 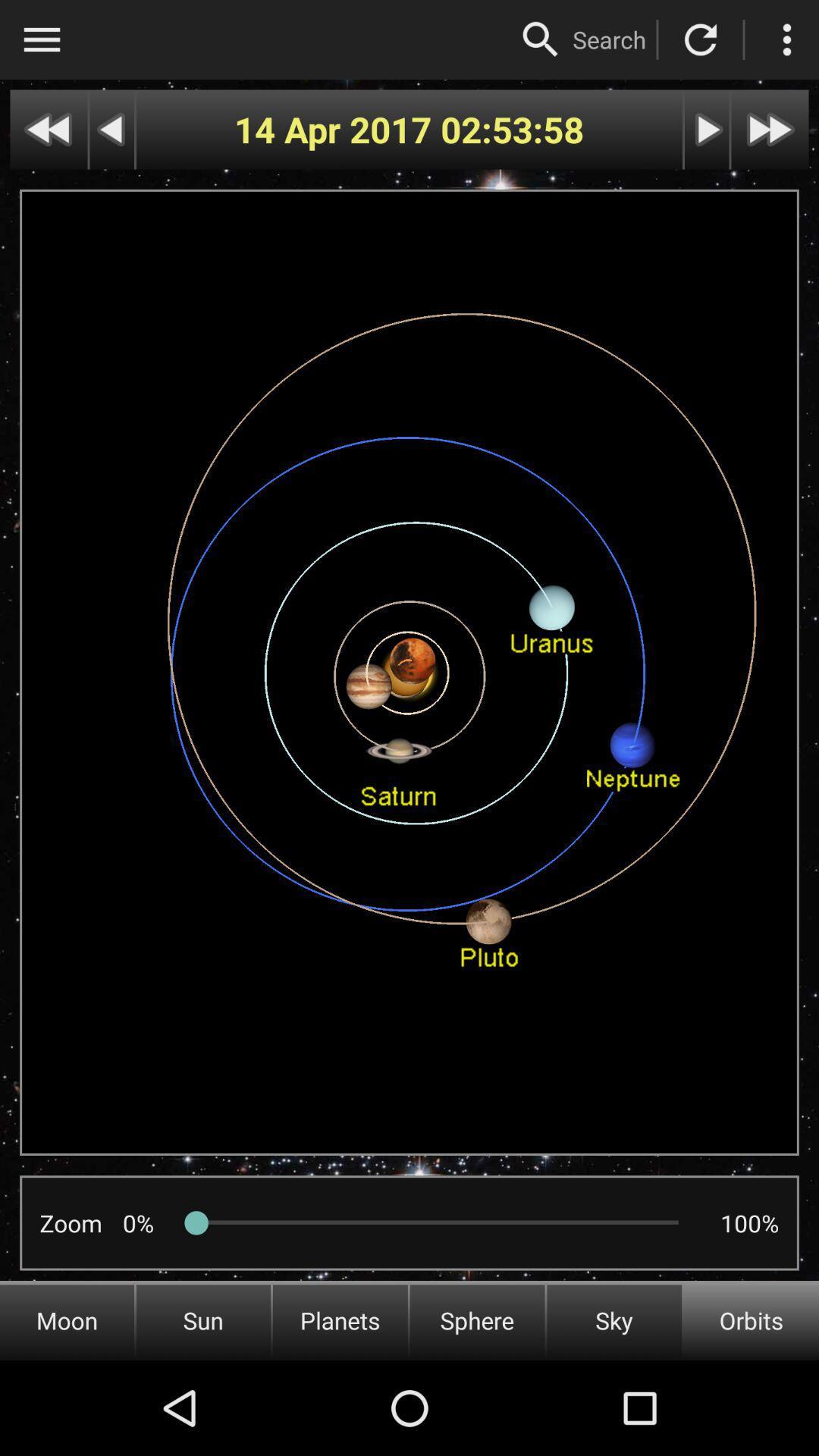 I want to click on settings button, so click(x=786, y=39).